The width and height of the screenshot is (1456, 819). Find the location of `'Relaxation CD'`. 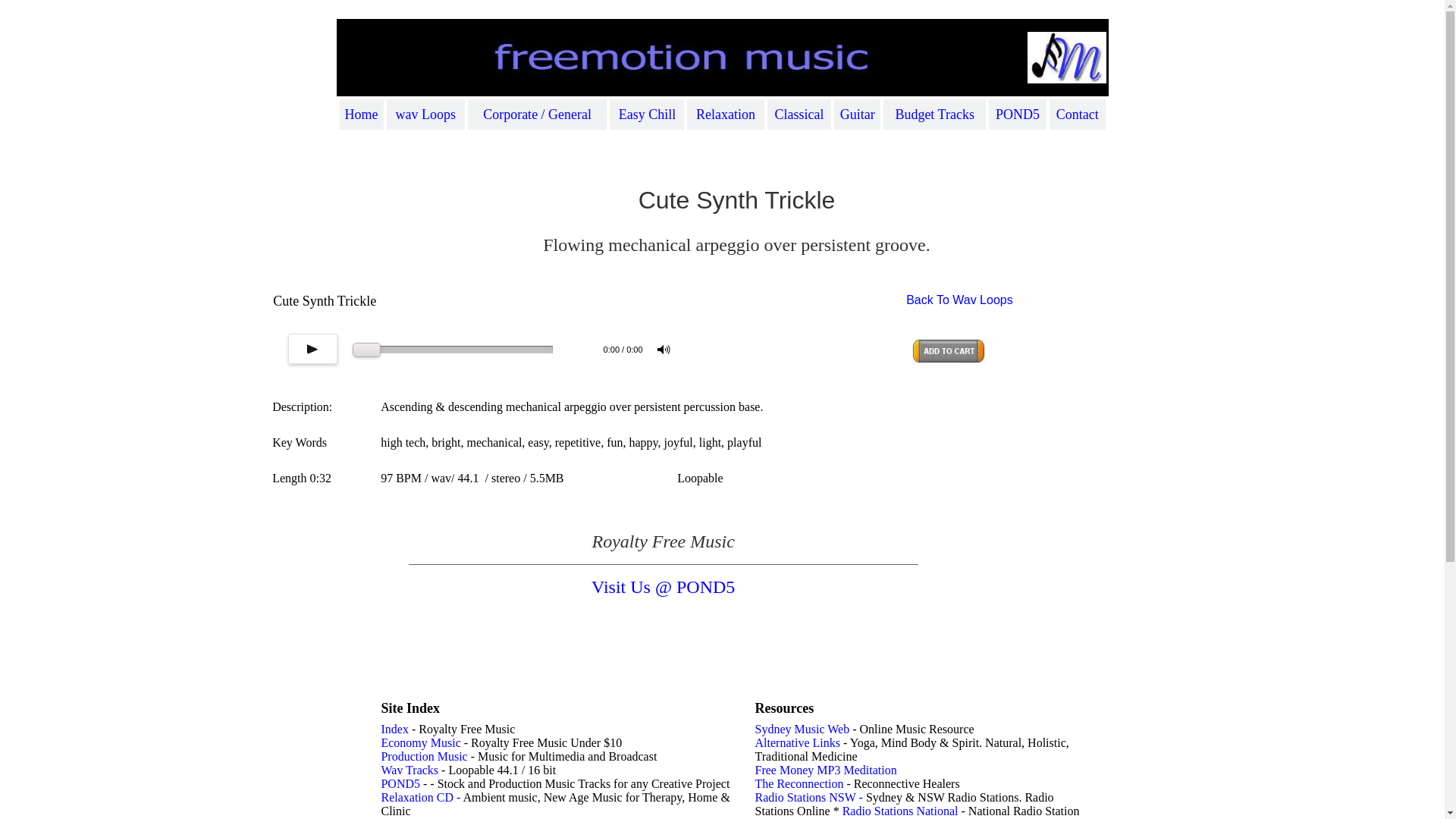

'Relaxation CD' is located at coordinates (417, 796).